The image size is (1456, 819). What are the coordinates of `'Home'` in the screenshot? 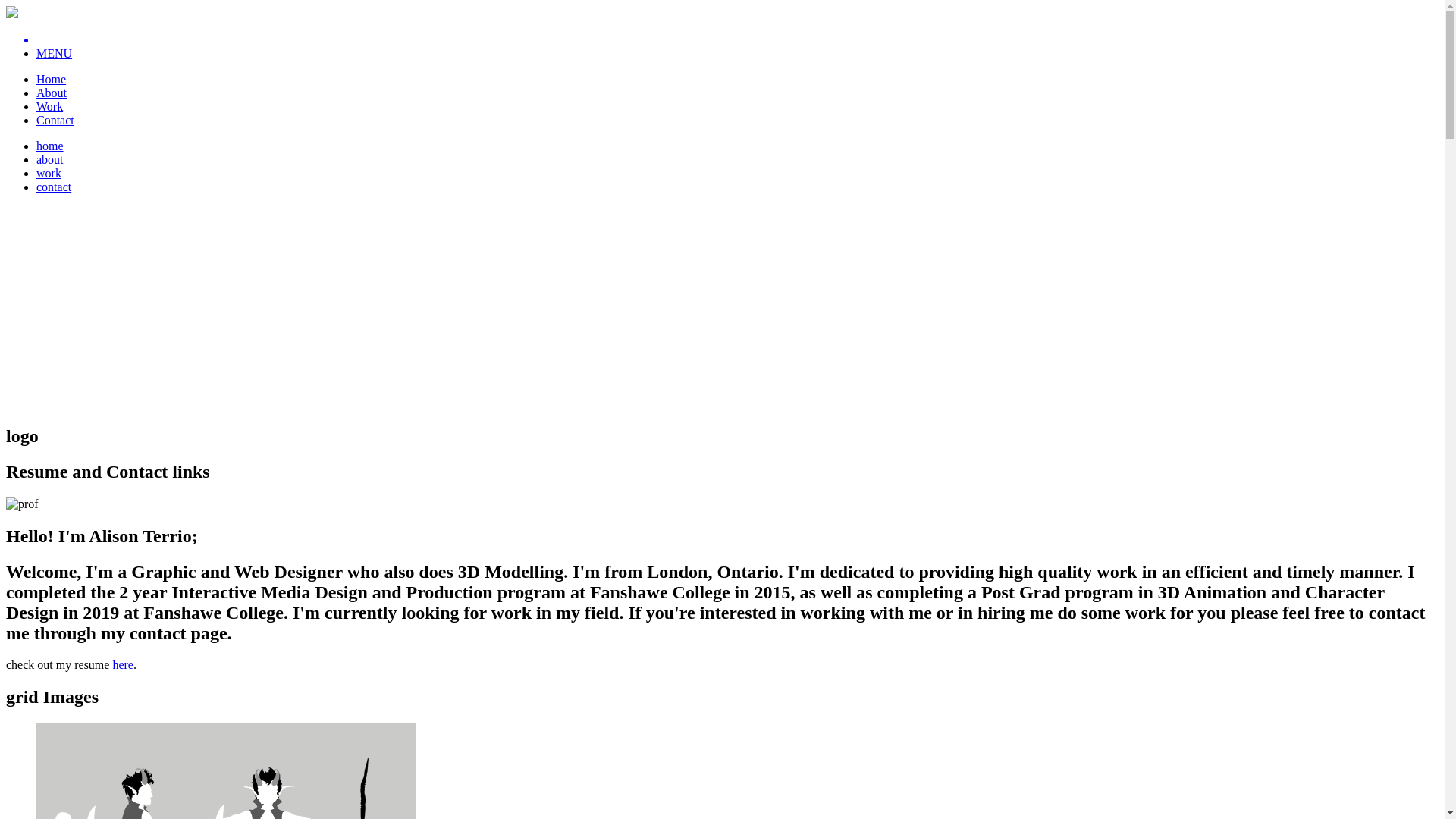 It's located at (51, 79).